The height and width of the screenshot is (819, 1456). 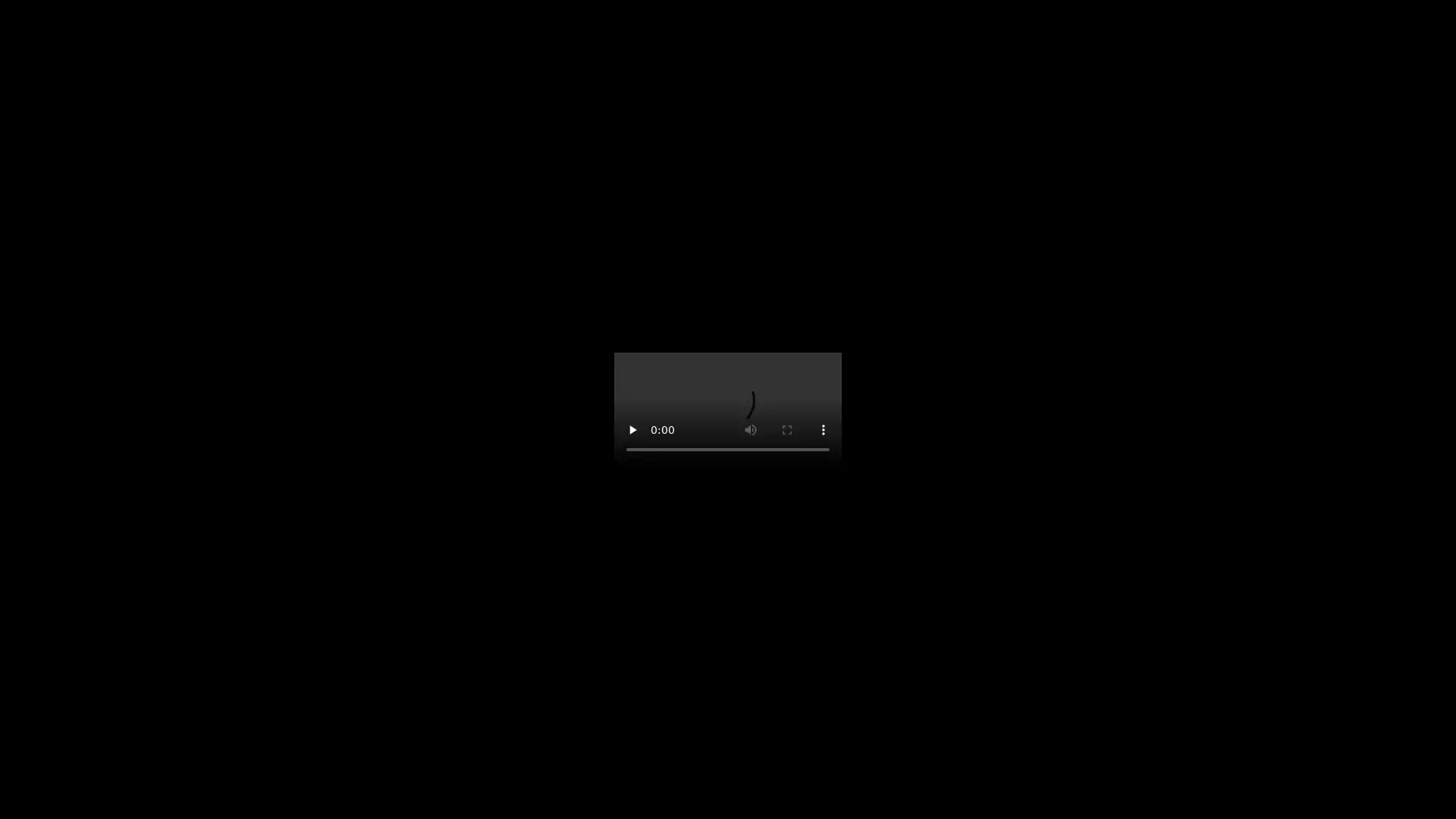 I want to click on play, so click(x=633, y=444).